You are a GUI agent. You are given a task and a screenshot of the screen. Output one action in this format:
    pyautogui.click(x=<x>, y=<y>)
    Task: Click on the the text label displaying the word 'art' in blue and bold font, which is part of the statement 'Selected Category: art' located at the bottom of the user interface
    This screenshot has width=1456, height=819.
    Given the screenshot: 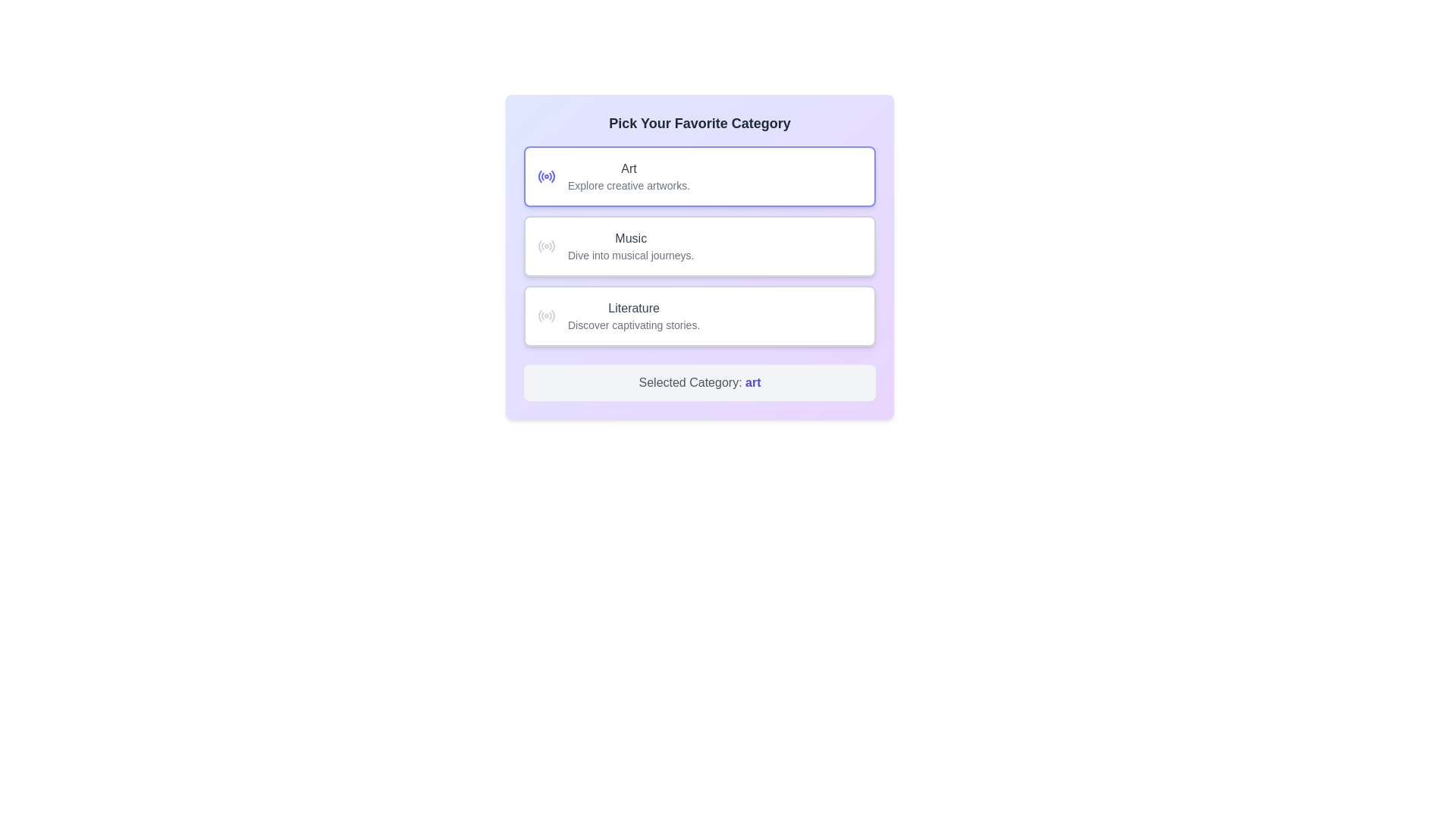 What is the action you would take?
    pyautogui.click(x=753, y=381)
    